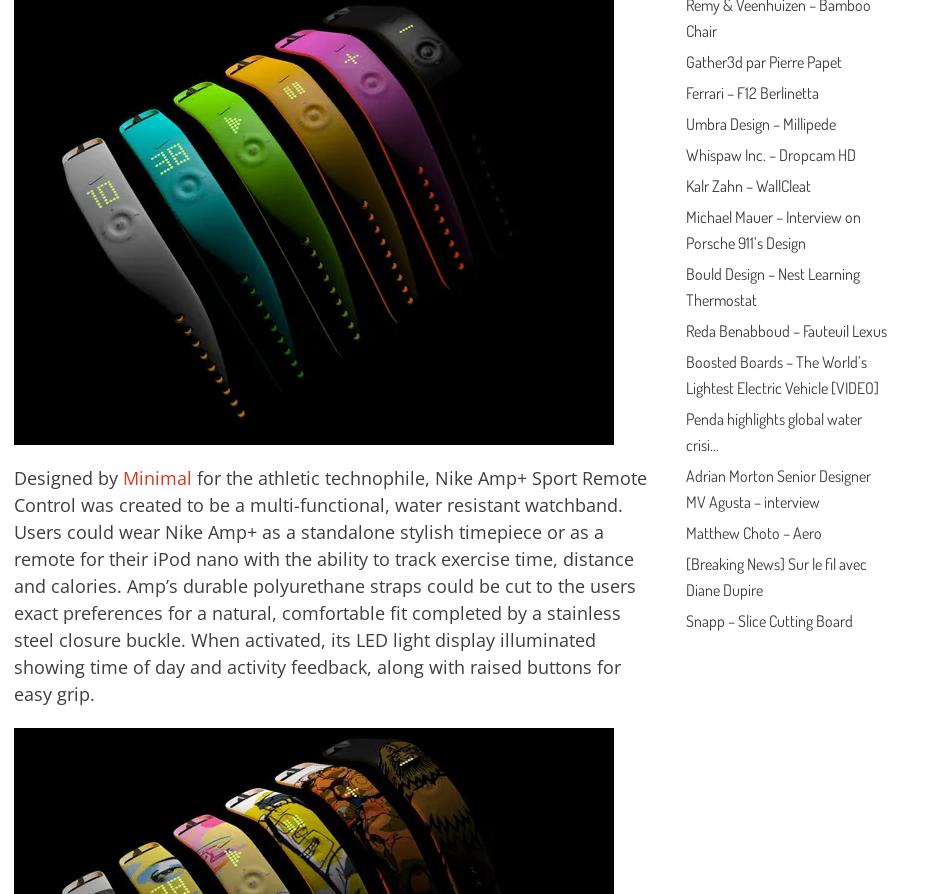 The width and height of the screenshot is (950, 894). What do you see at coordinates (772, 429) in the screenshot?
I see `'Penda highlights global water crisi…'` at bounding box center [772, 429].